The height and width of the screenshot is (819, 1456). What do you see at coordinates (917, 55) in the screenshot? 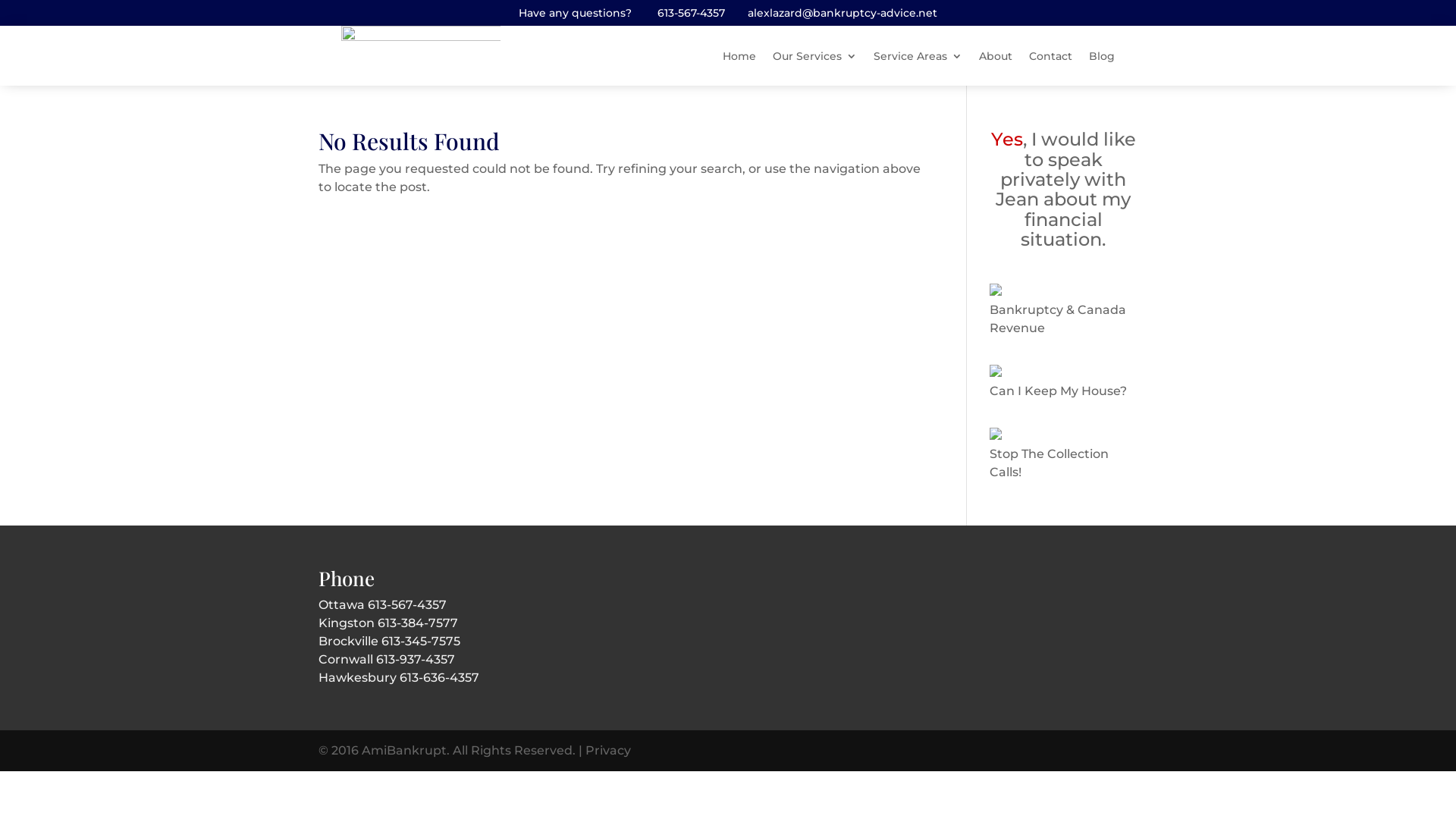
I see `'Service Areas'` at bounding box center [917, 55].